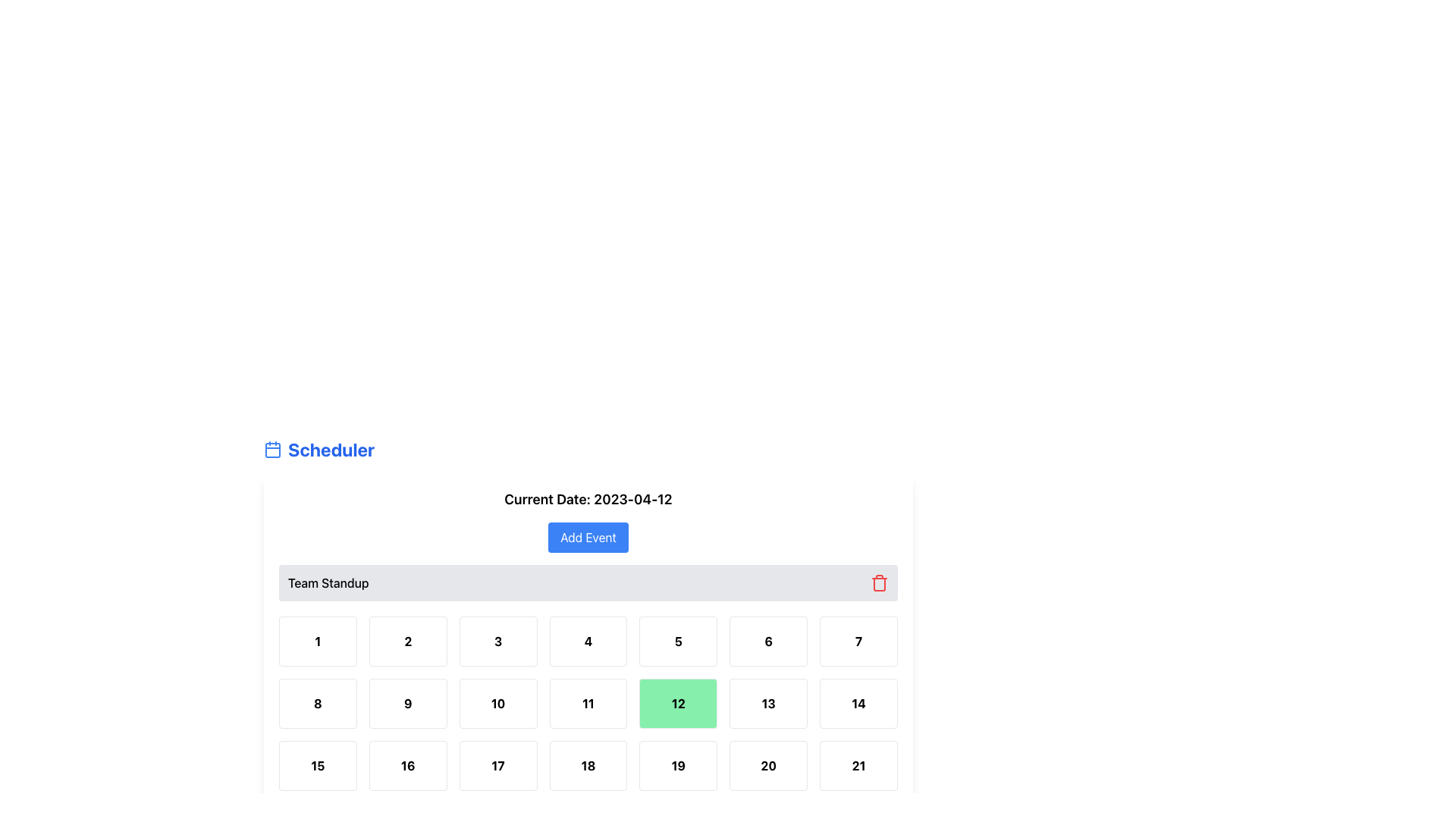 Image resolution: width=1456 pixels, height=819 pixels. I want to click on the button displaying the number '7' located in the top row as the 7th cell from the left in a grid layout, adjacent to the number '6' and above the number '14', so click(858, 641).